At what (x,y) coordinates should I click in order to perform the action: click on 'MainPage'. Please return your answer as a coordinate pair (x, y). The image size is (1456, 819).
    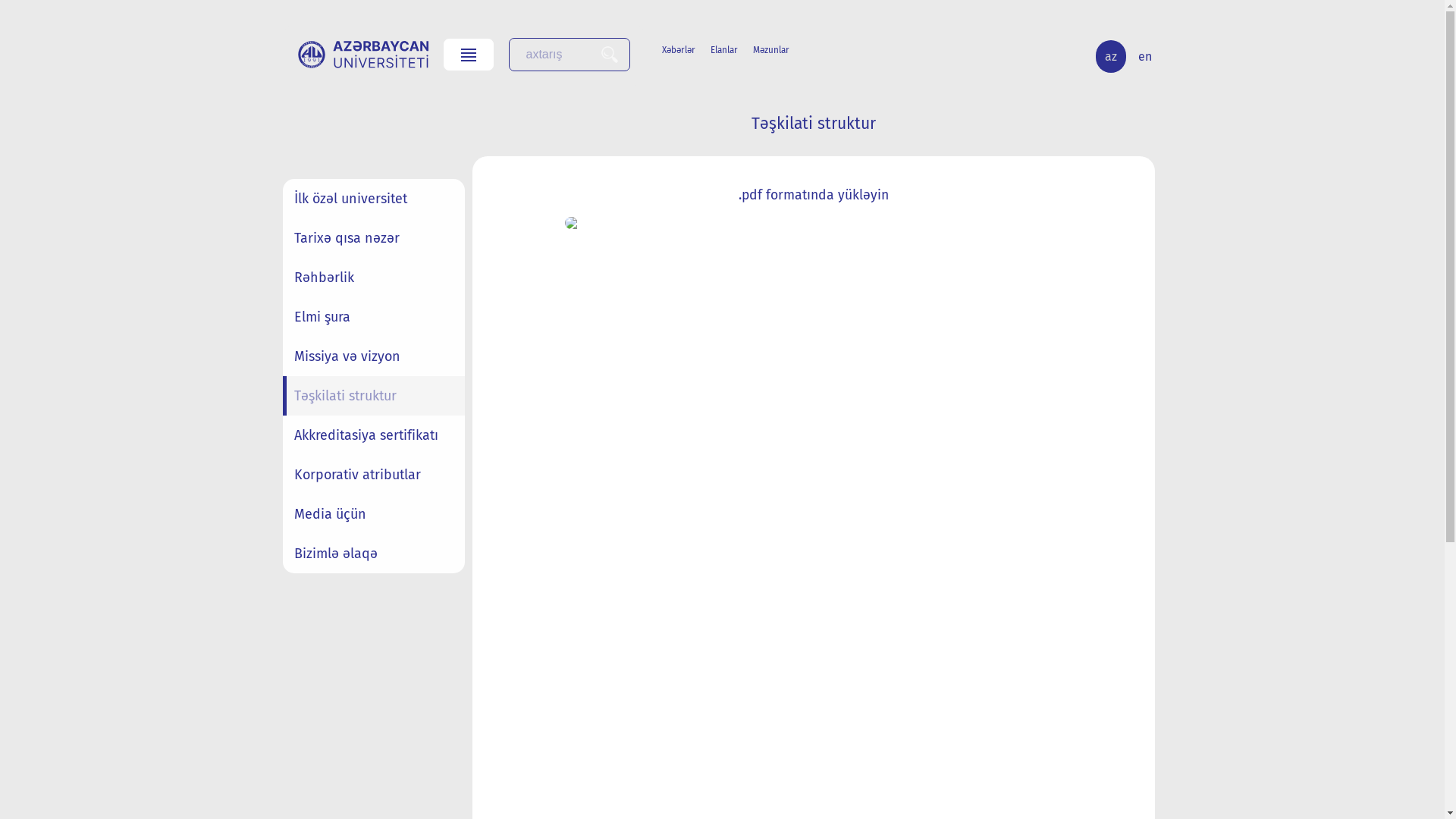
    Looking at the image, I should click on (362, 54).